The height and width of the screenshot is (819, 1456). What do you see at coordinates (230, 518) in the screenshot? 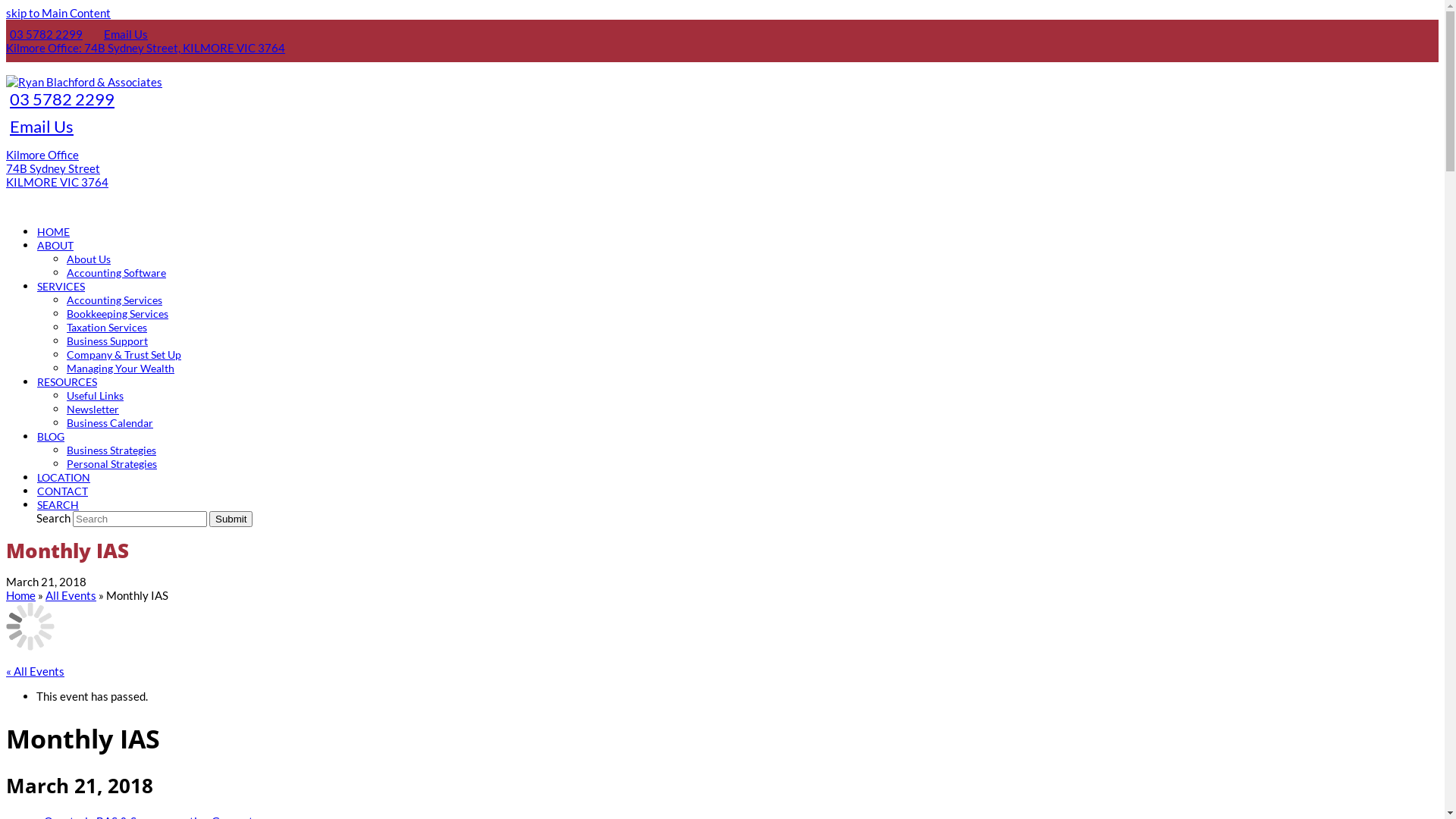
I see `'Submit'` at bounding box center [230, 518].